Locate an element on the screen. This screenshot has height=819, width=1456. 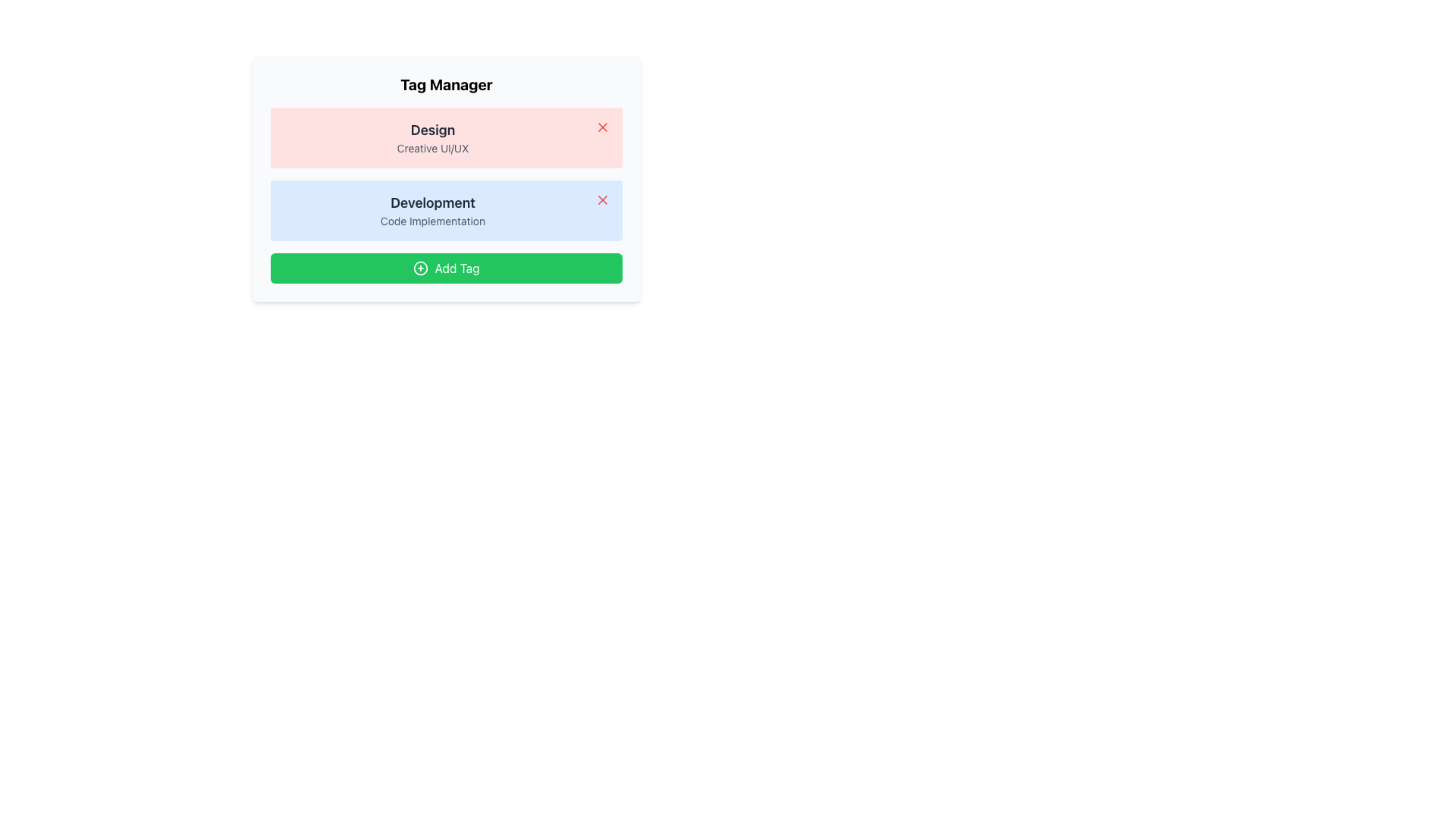
the SVG circle element that is the outer circle component of the plus sign icon located at the center of the green 'Add Tag' button is located at coordinates (421, 268).